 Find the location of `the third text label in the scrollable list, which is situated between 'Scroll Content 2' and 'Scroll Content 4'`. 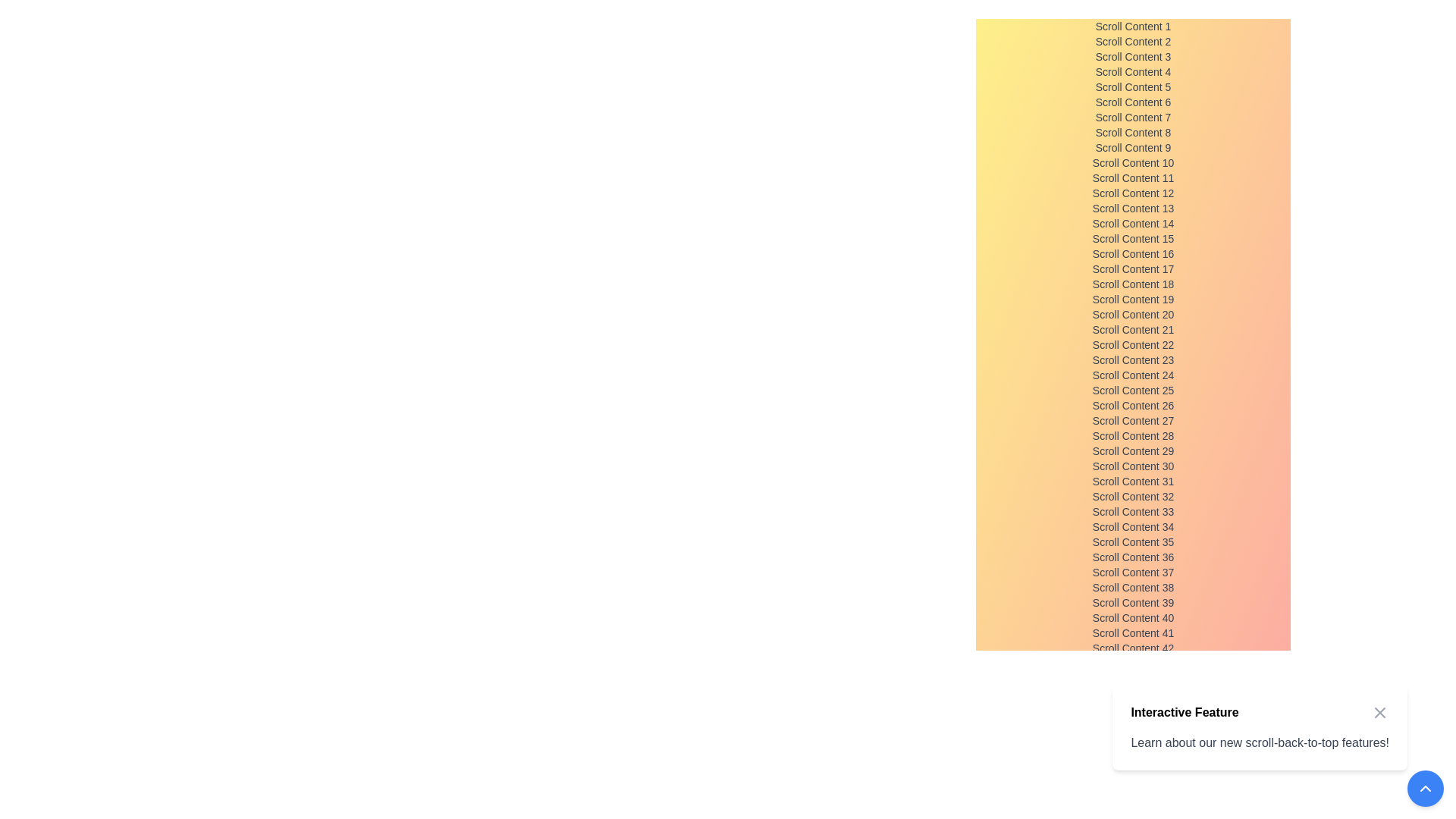

the third text label in the scrollable list, which is situated between 'Scroll Content 2' and 'Scroll Content 4' is located at coordinates (1133, 55).